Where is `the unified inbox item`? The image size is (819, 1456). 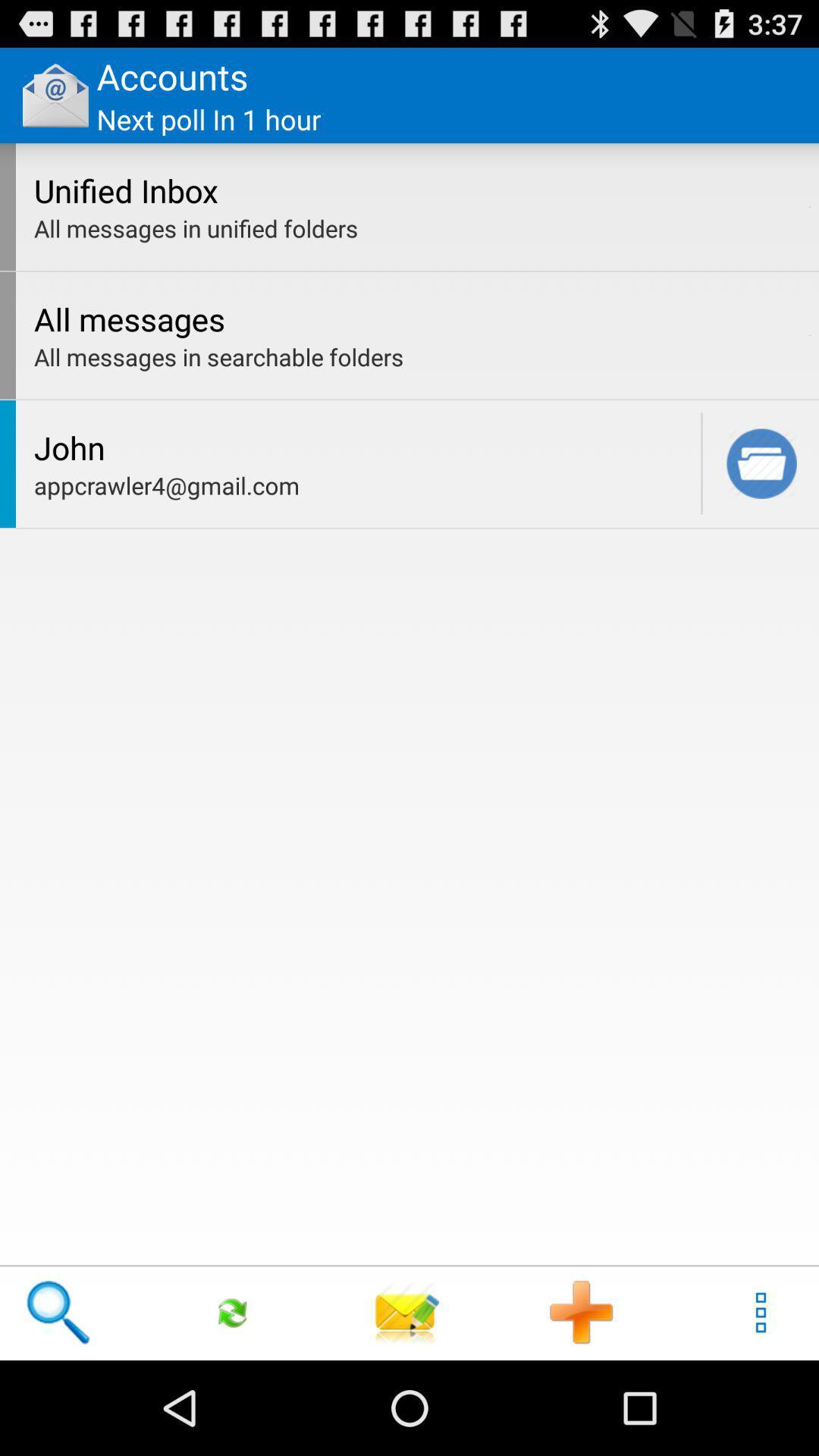 the unified inbox item is located at coordinates (417, 190).